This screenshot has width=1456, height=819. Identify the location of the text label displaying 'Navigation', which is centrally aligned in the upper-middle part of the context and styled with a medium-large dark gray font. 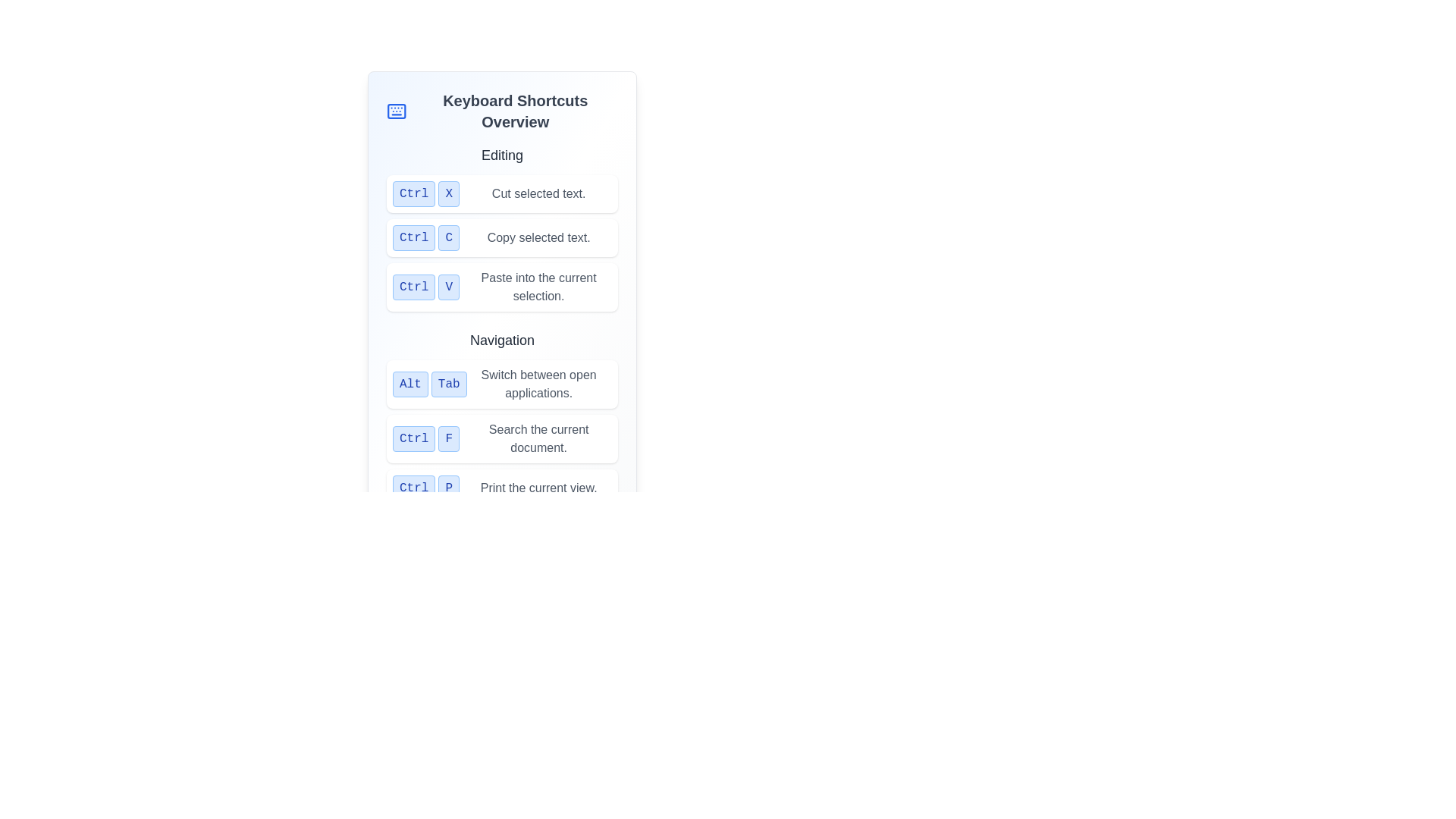
(502, 339).